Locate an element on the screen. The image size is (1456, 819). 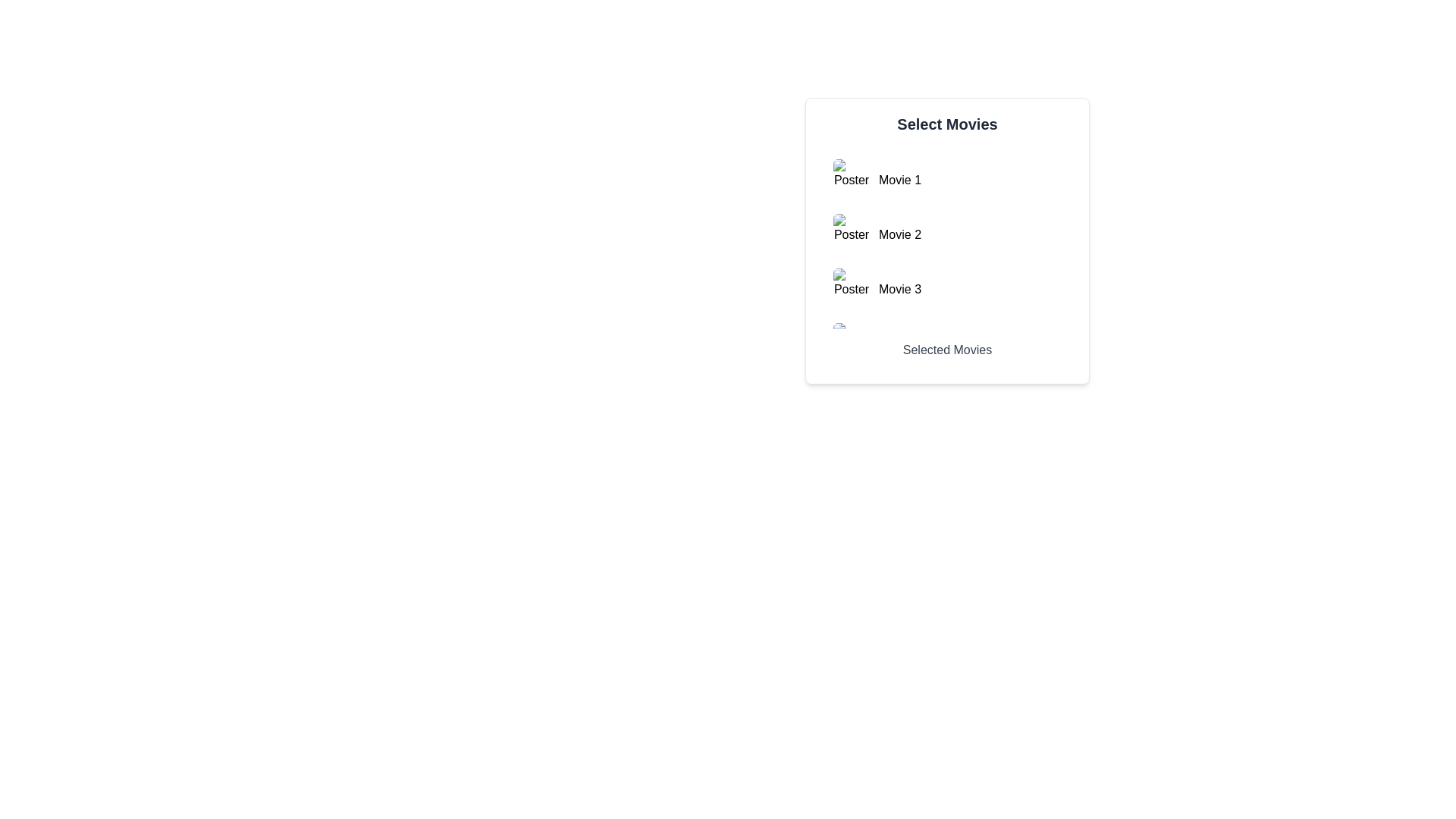
the small image placeholder with a rounded border and a green and blue landscape image icon, which has the text 'Poster' displayed below it, located in the 'Select Movies' block next to the 'Movie 3' label is located at coordinates (852, 289).